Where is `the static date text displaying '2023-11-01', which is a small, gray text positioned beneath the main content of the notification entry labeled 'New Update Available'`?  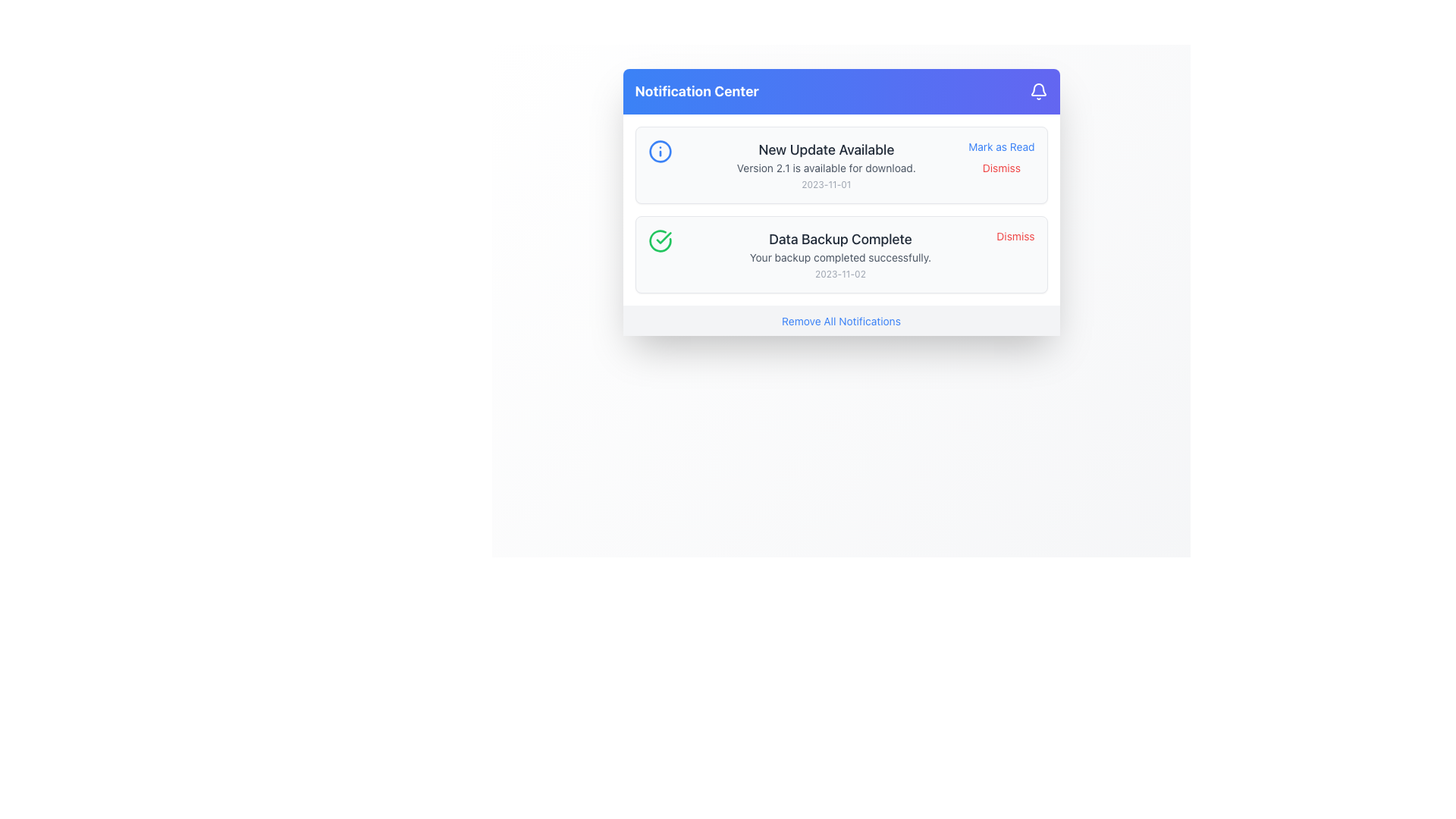
the static date text displaying '2023-11-01', which is a small, gray text positioned beneath the main content of the notification entry labeled 'New Update Available' is located at coordinates (825, 184).